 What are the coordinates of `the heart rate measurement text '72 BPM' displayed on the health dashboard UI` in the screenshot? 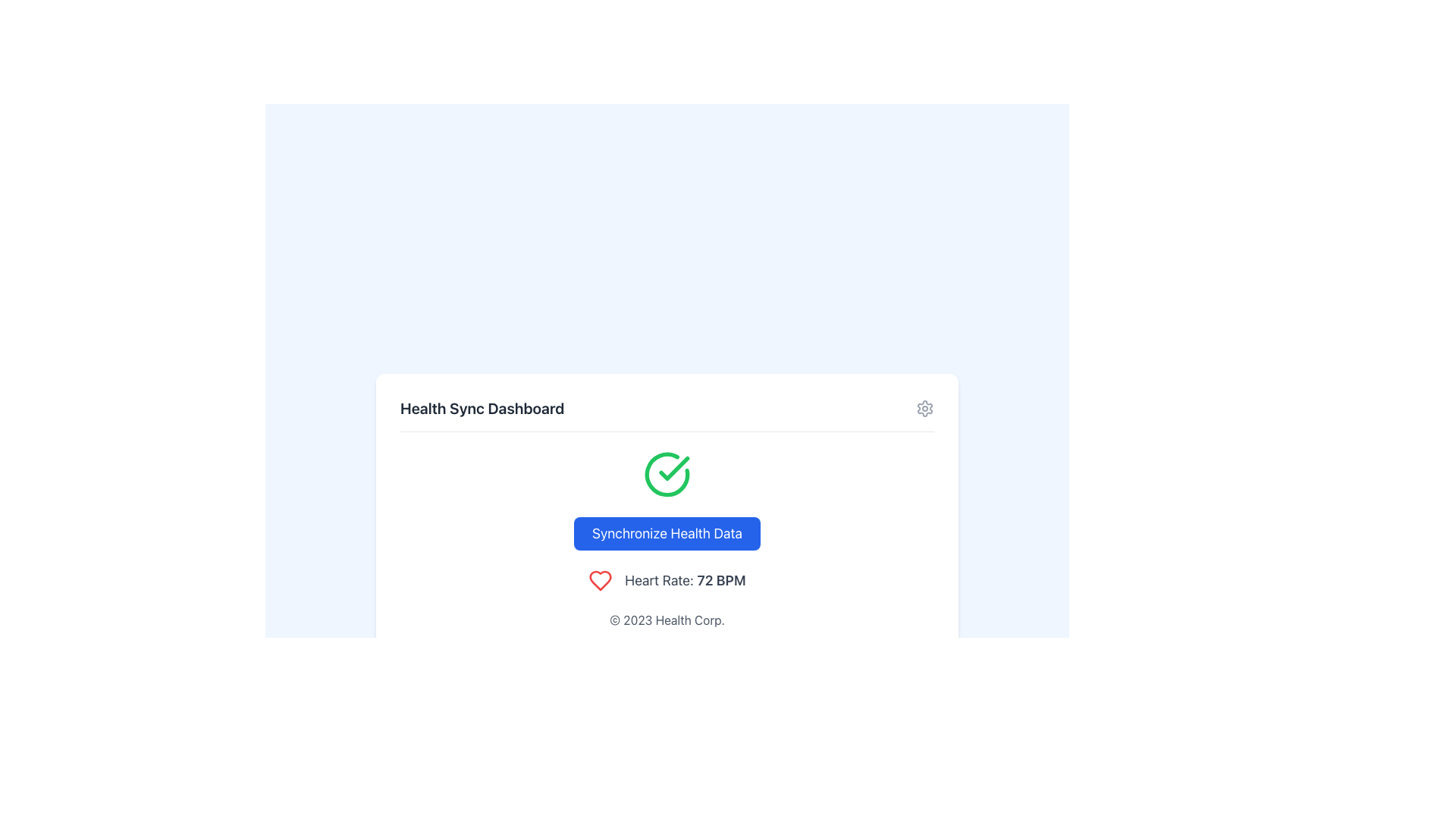 It's located at (720, 579).